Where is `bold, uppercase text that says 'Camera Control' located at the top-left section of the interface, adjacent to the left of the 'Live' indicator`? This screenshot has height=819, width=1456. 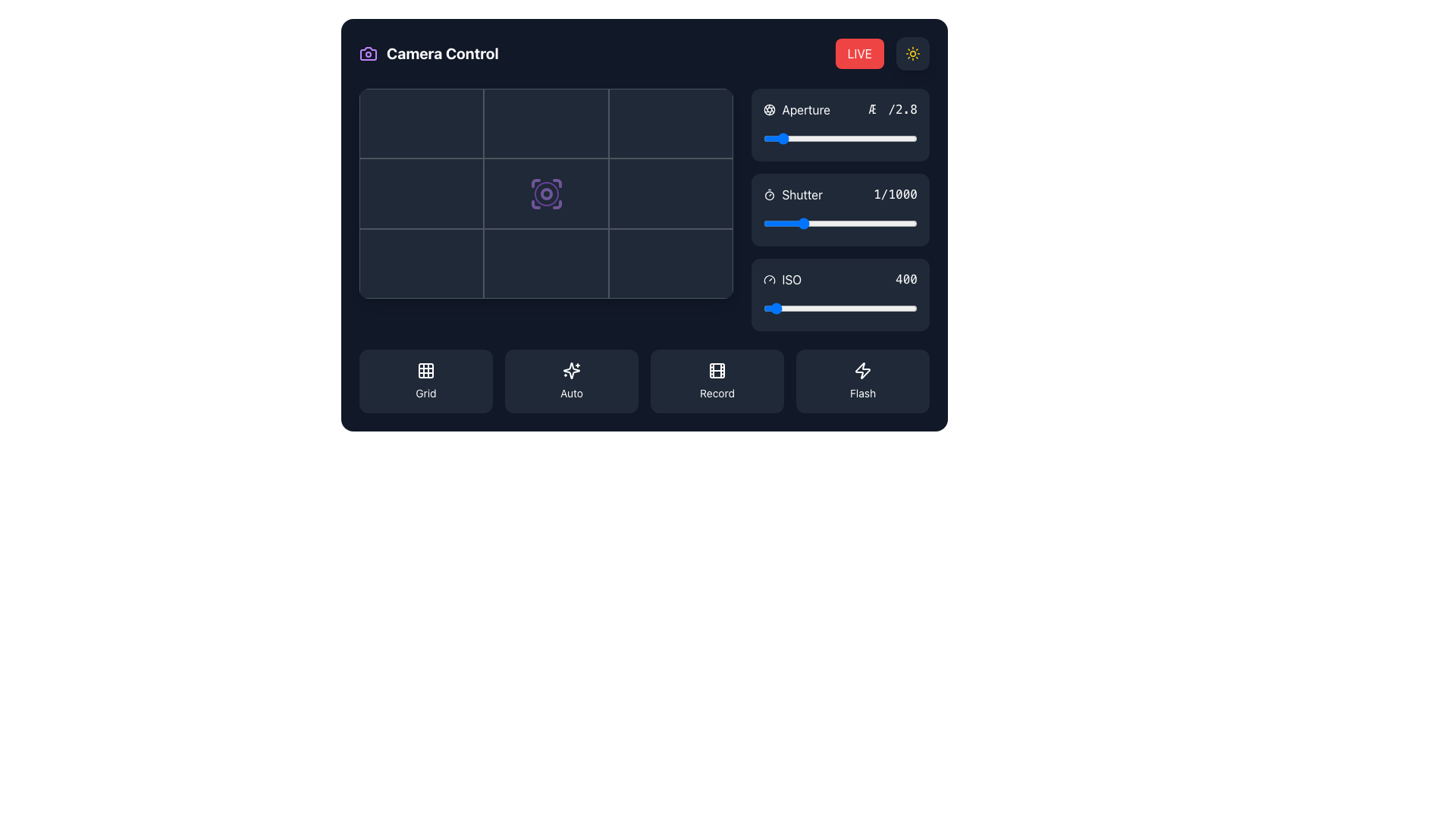 bold, uppercase text that says 'Camera Control' located at the top-left section of the interface, adjacent to the left of the 'Live' indicator is located at coordinates (441, 52).